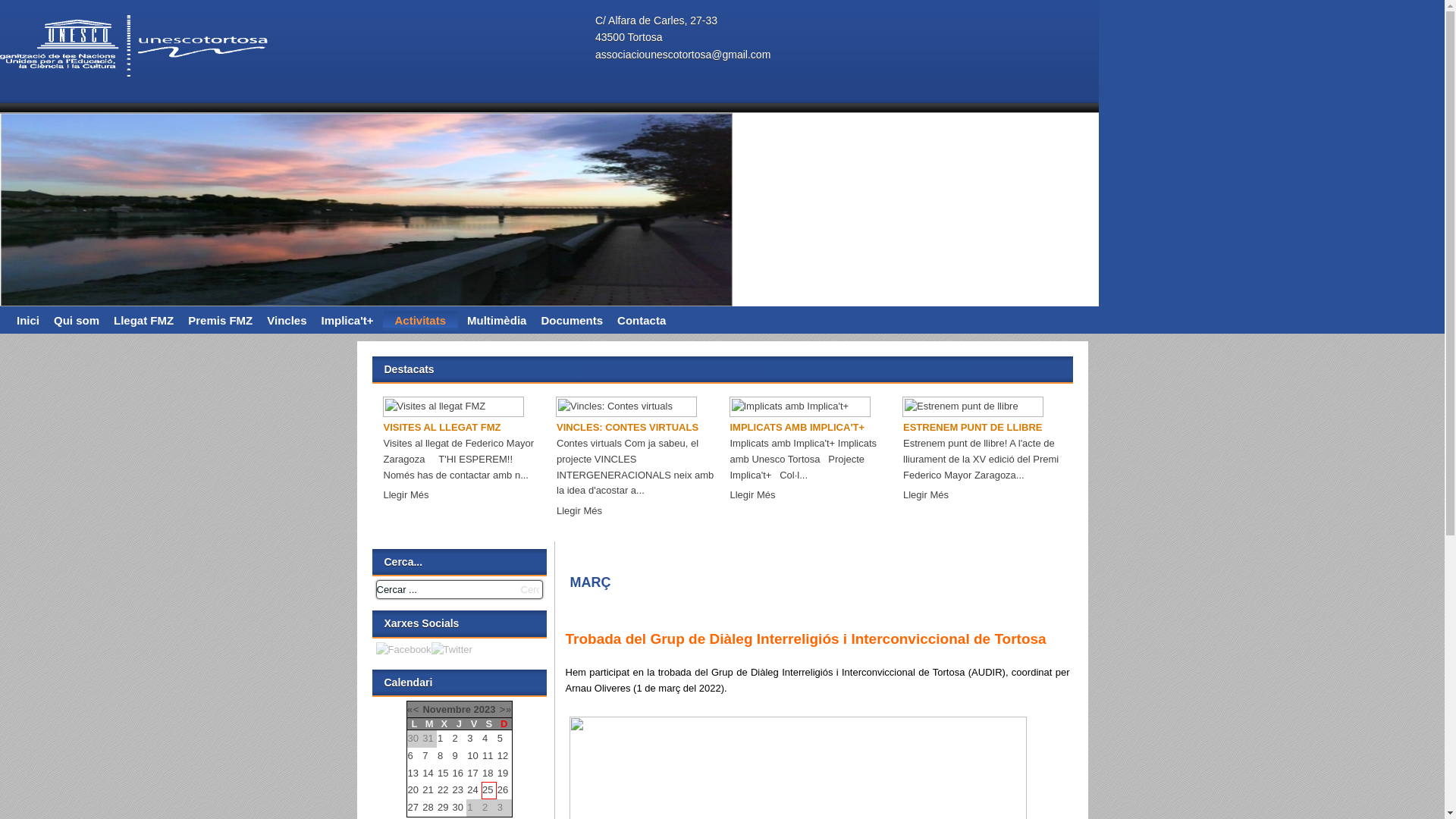  What do you see at coordinates (472, 789) in the screenshot?
I see `'24'` at bounding box center [472, 789].